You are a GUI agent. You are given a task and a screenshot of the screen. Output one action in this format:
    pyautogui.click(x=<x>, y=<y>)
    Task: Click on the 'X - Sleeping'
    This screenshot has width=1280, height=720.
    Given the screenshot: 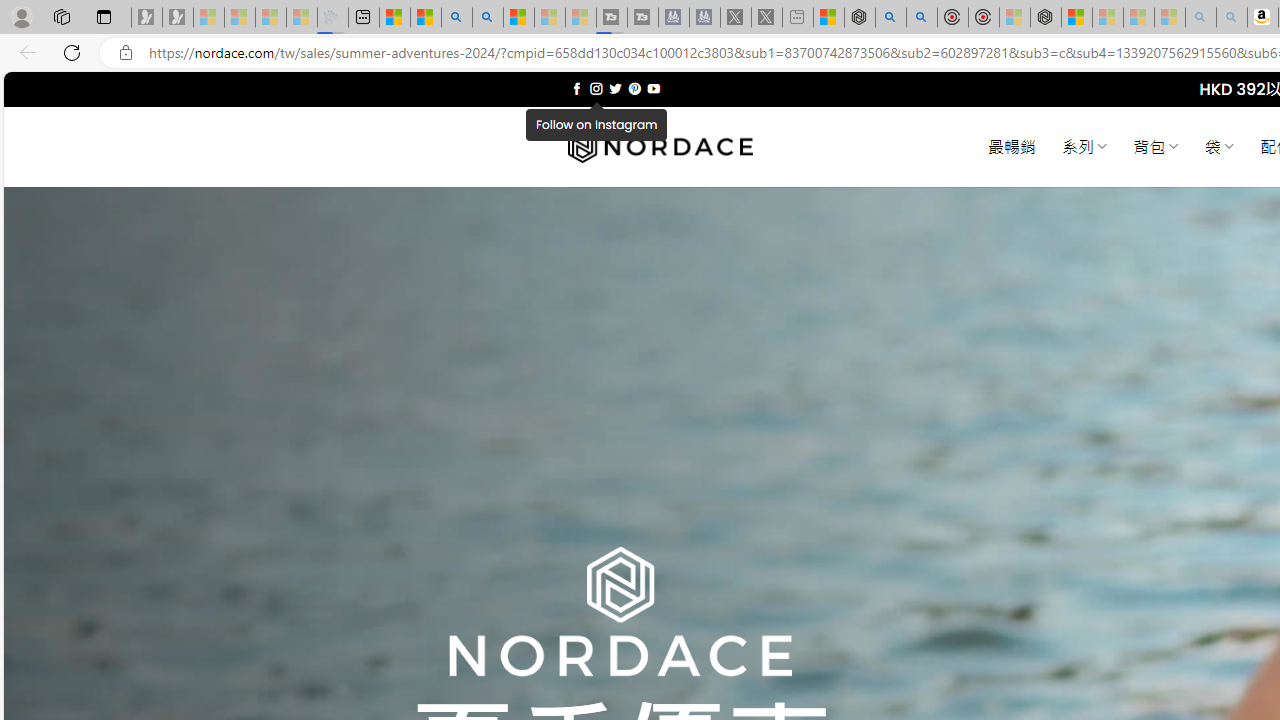 What is the action you would take?
    pyautogui.click(x=765, y=17)
    